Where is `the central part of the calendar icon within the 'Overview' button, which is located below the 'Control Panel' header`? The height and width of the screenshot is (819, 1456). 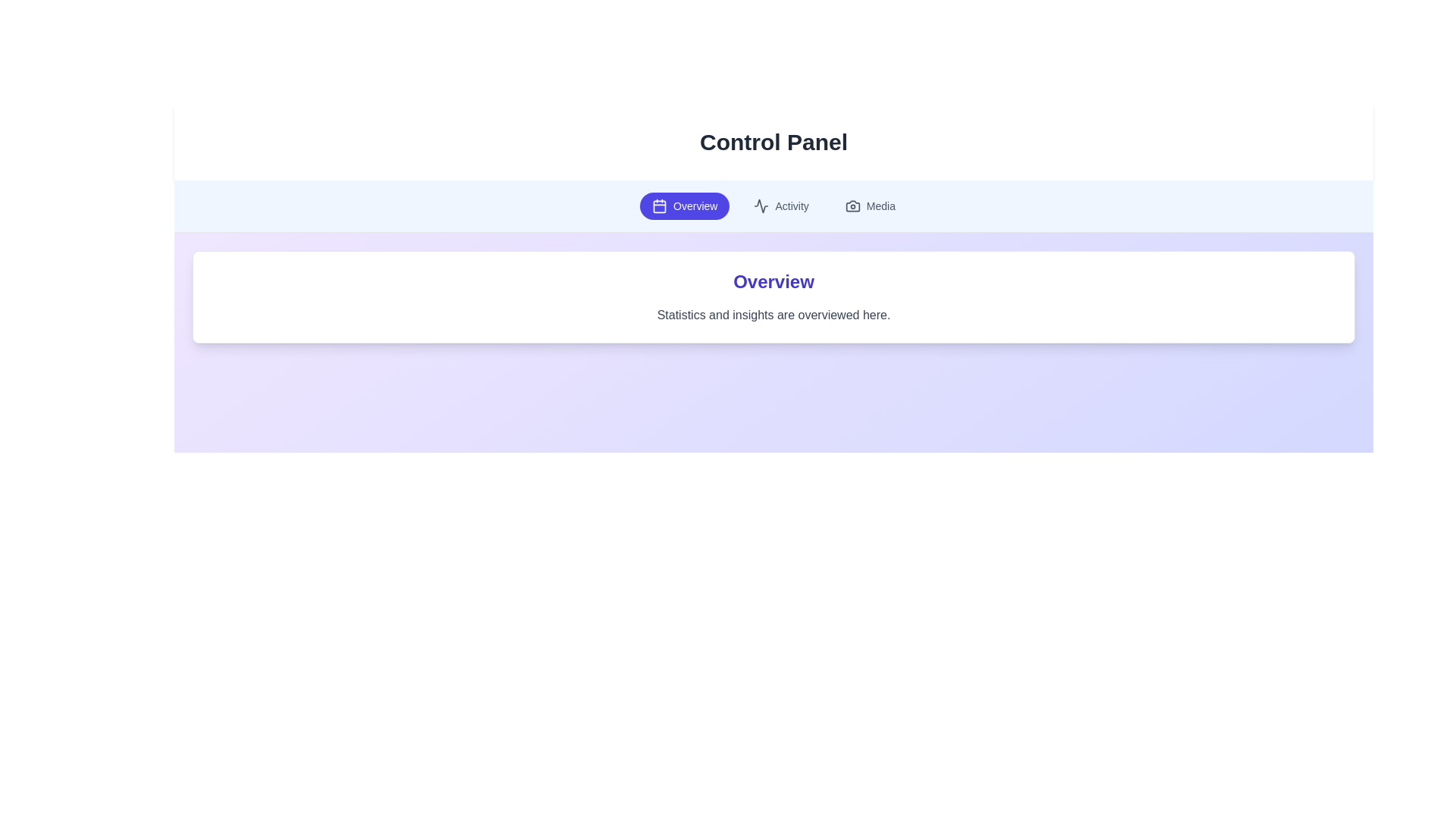
the central part of the calendar icon within the 'Overview' button, which is located below the 'Control Panel' header is located at coordinates (660, 206).